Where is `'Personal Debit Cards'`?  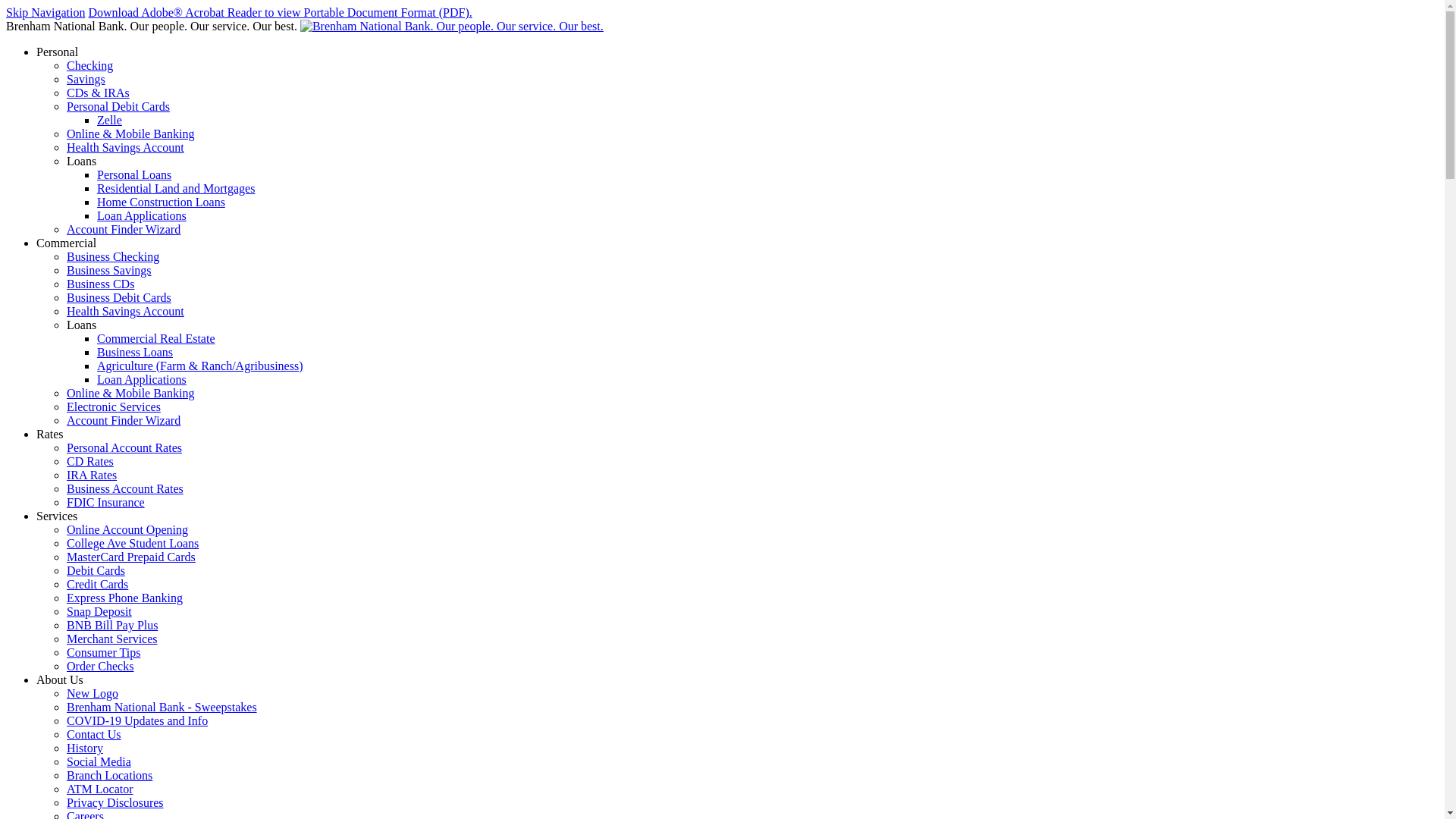
'Personal Debit Cards' is located at coordinates (118, 105).